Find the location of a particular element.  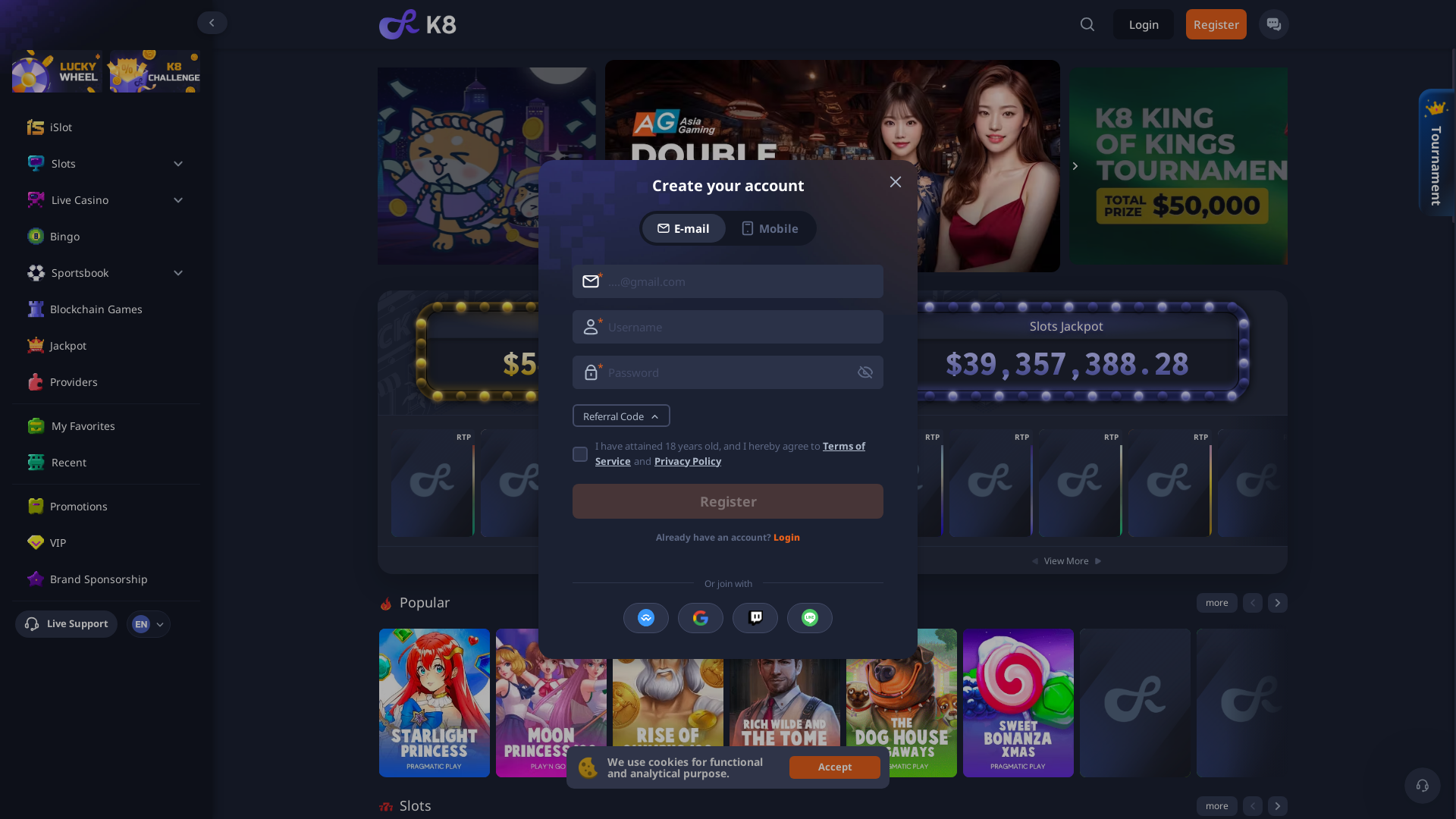

'Login' is located at coordinates (1143, 24).